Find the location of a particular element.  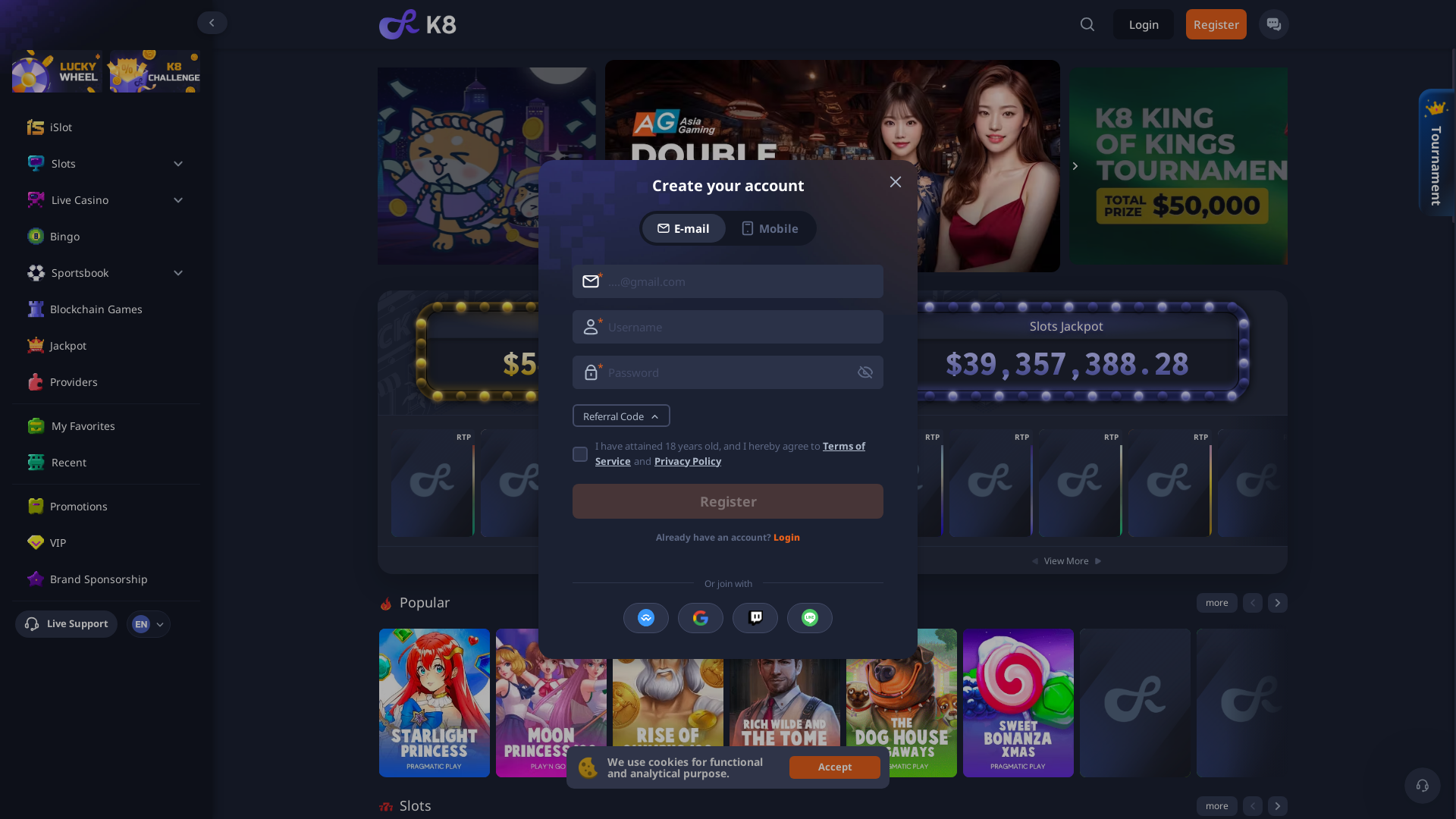

'Login' is located at coordinates (1143, 24).